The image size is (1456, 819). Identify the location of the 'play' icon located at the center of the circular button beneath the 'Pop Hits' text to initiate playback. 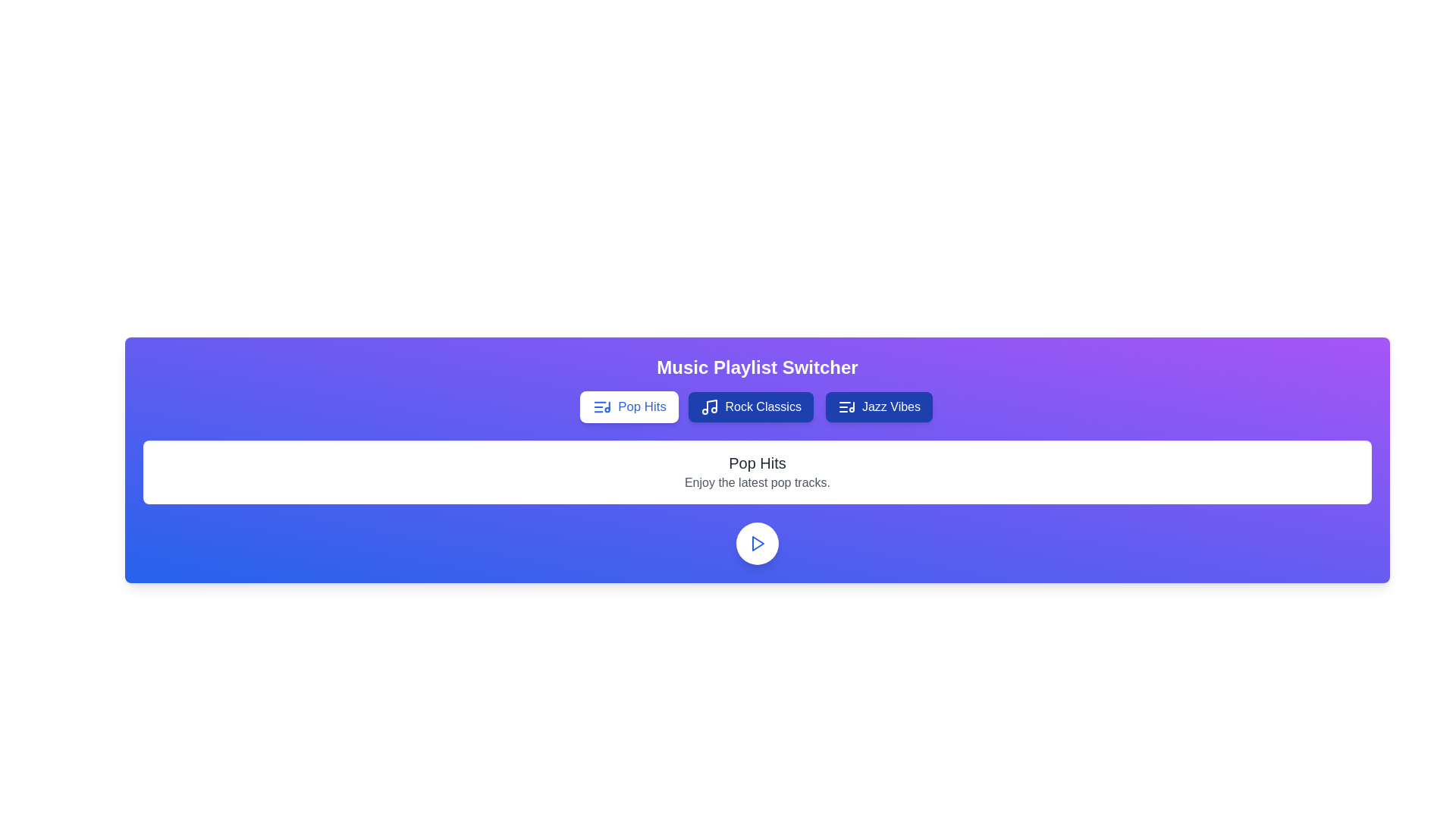
(757, 543).